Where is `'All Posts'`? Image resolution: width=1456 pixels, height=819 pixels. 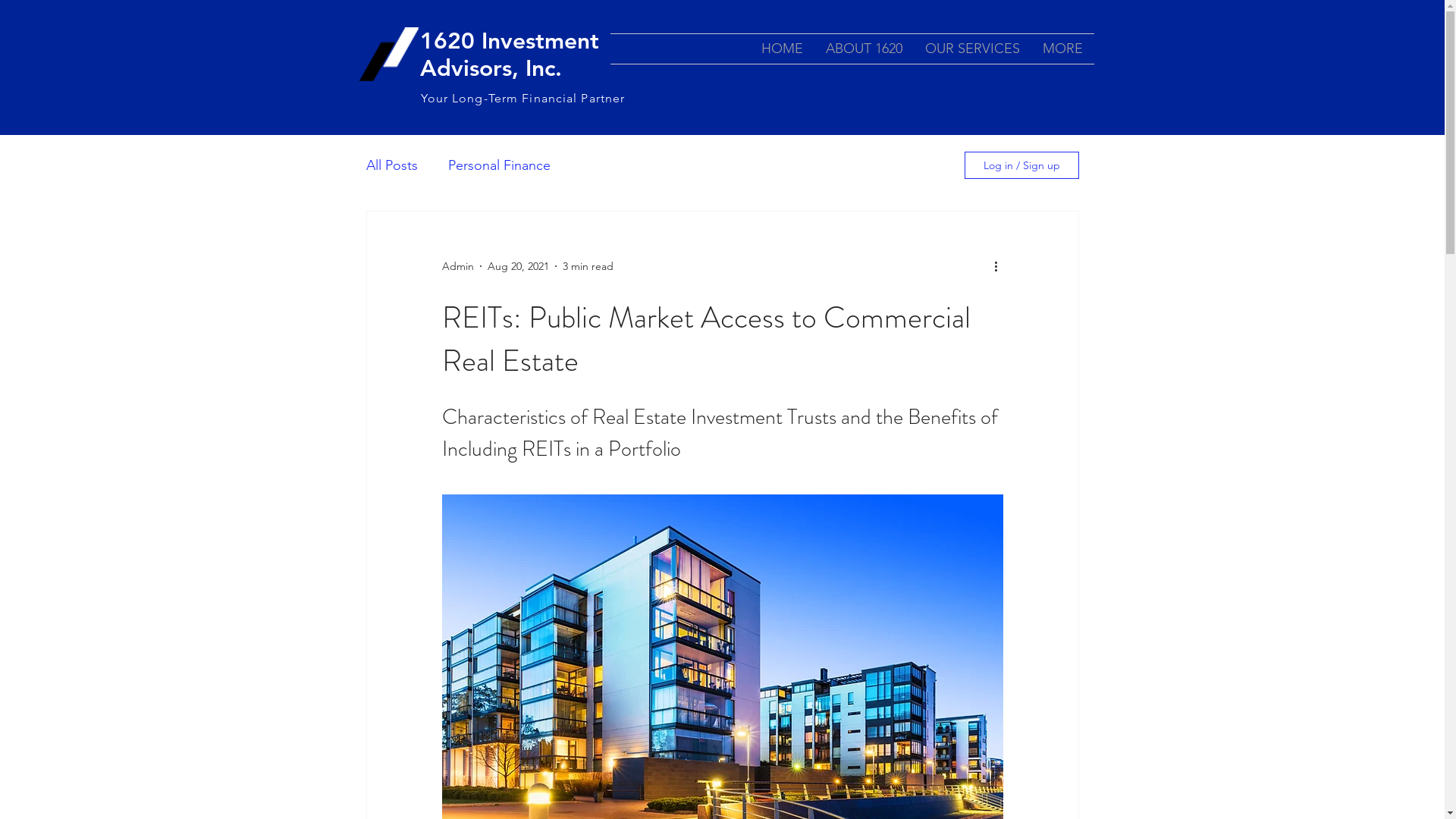 'All Posts' is located at coordinates (391, 165).